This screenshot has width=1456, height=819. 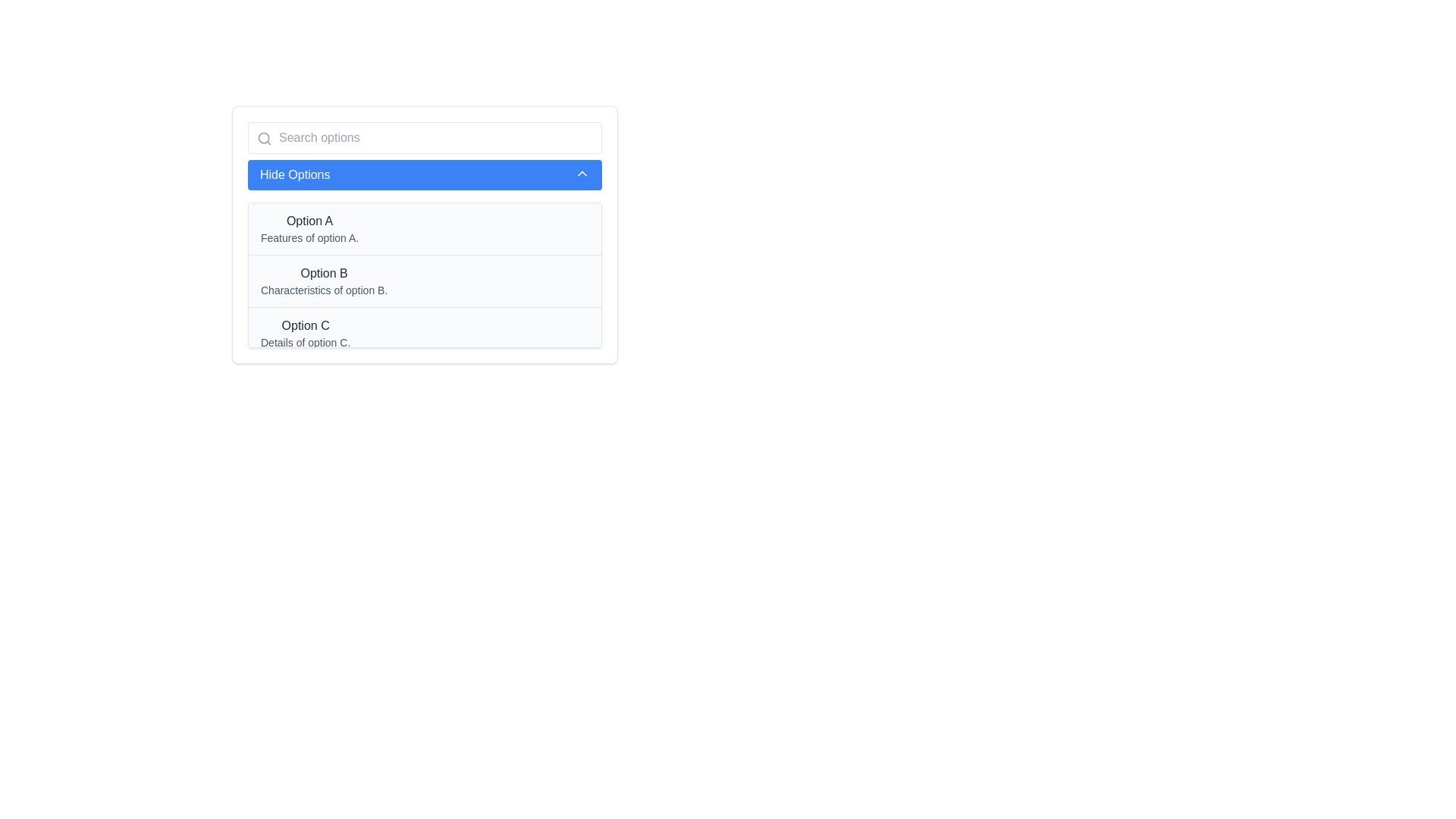 I want to click on the first selectable item, so click(x=309, y=228).